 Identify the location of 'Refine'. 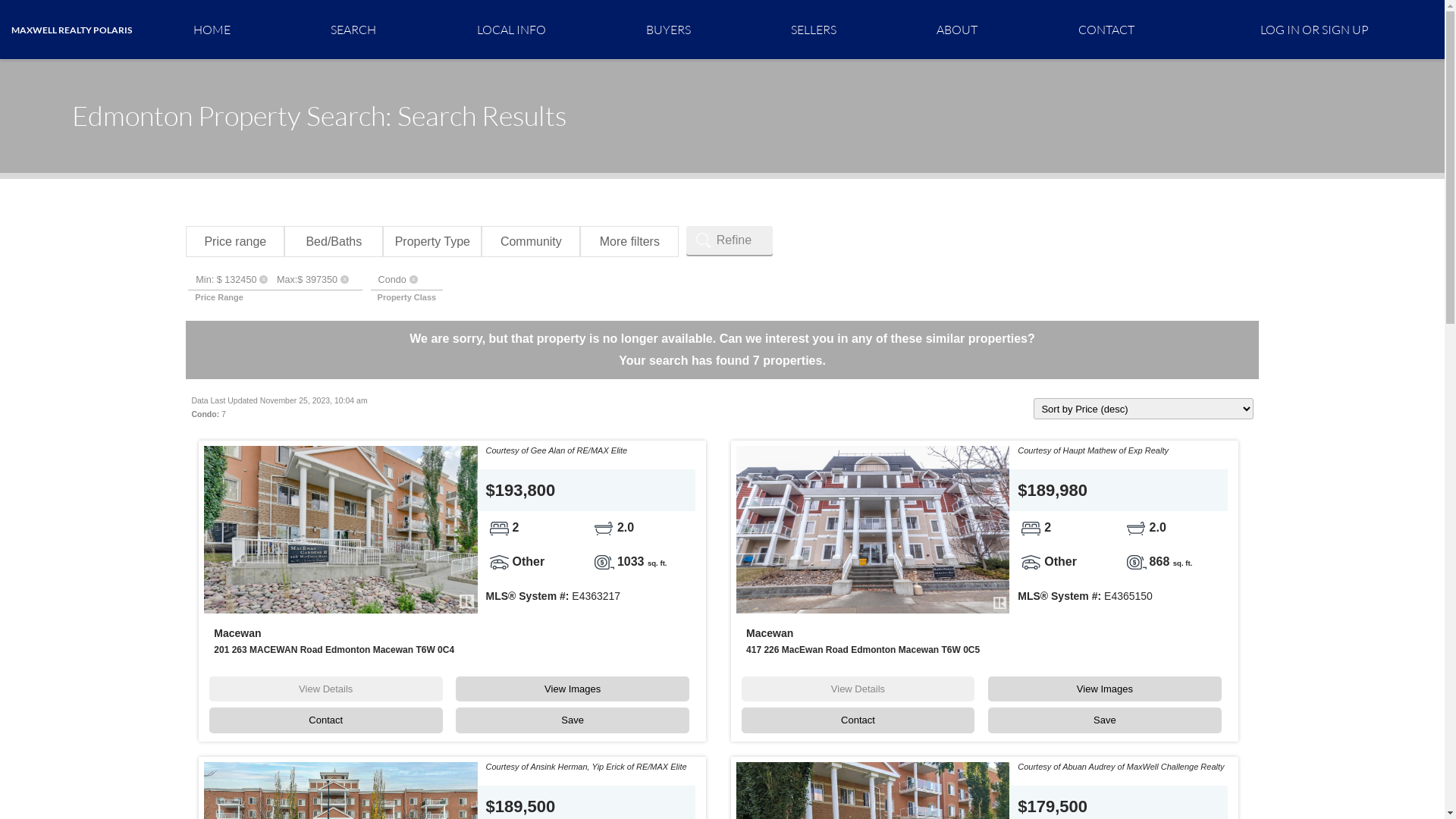
(730, 239).